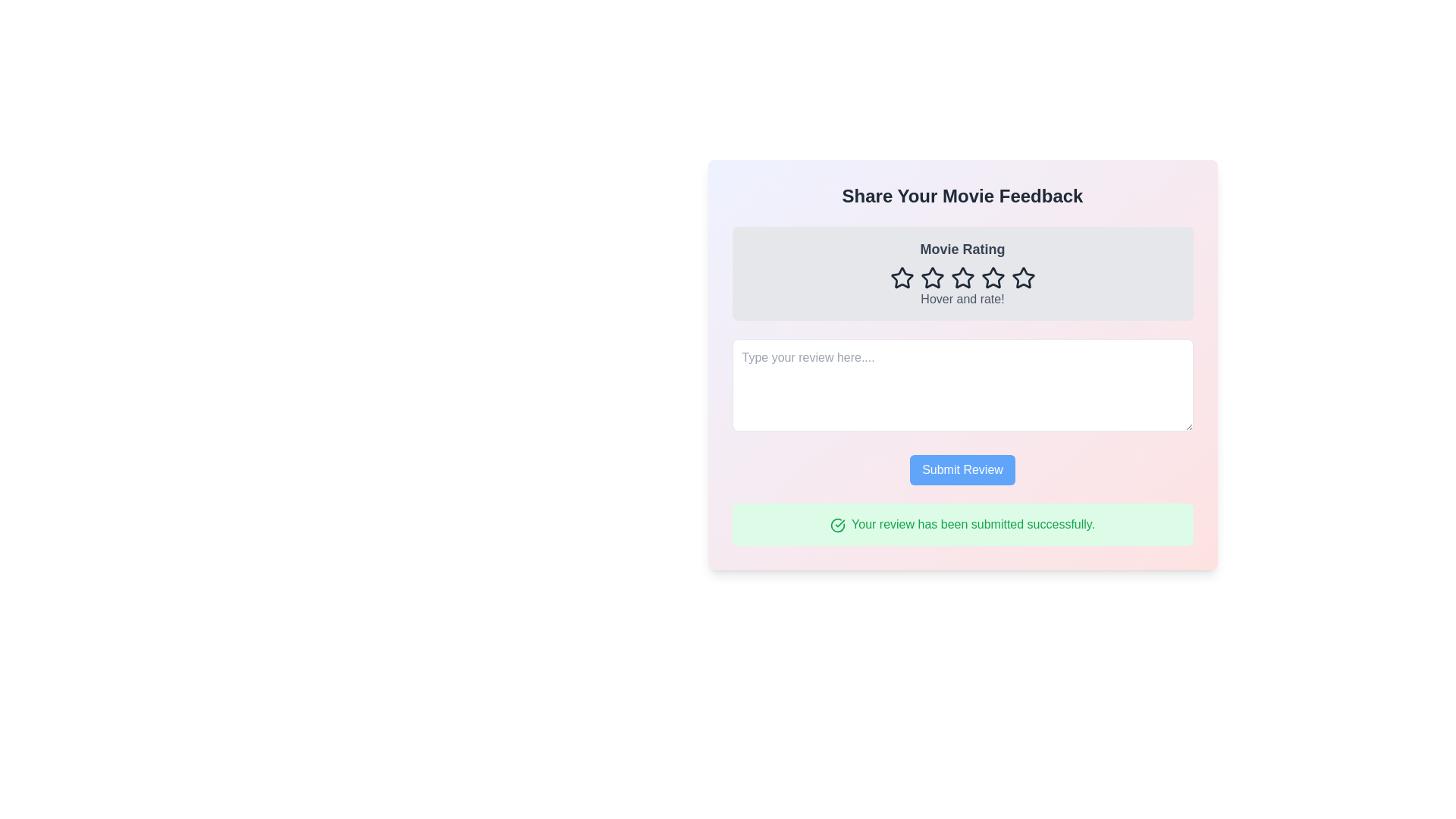  What do you see at coordinates (931, 278) in the screenshot?
I see `the third star icon` at bounding box center [931, 278].